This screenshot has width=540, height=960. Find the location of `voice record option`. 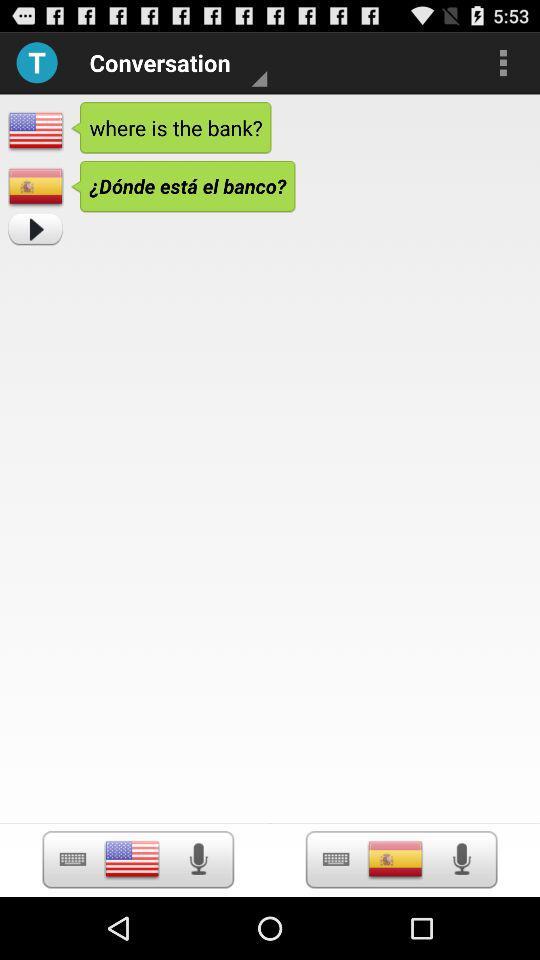

voice record option is located at coordinates (198, 858).